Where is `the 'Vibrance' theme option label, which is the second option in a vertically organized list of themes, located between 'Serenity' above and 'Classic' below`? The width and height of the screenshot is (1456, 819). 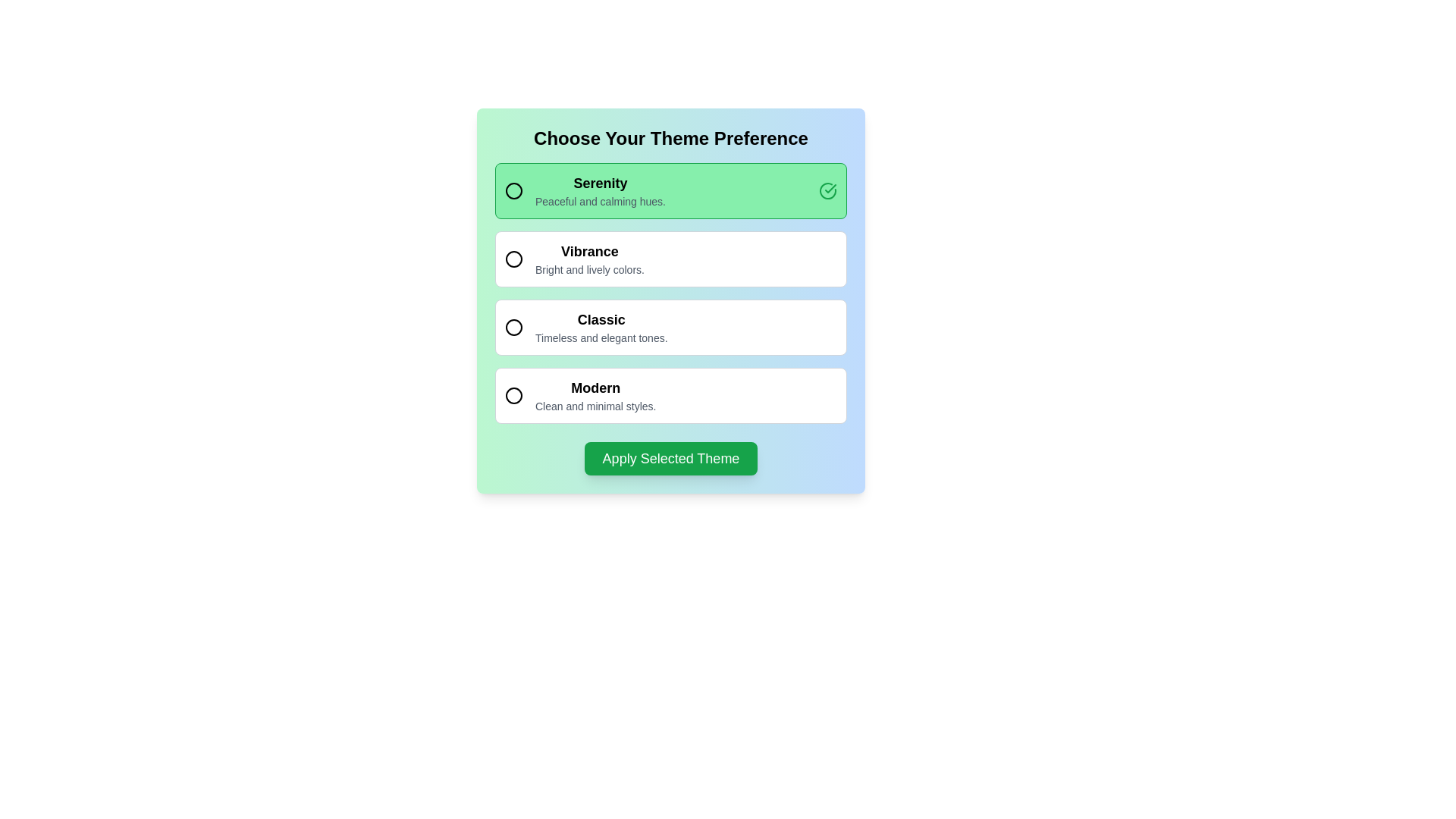
the 'Vibrance' theme option label, which is the second option in a vertically organized list of themes, located between 'Serenity' above and 'Classic' below is located at coordinates (588, 250).